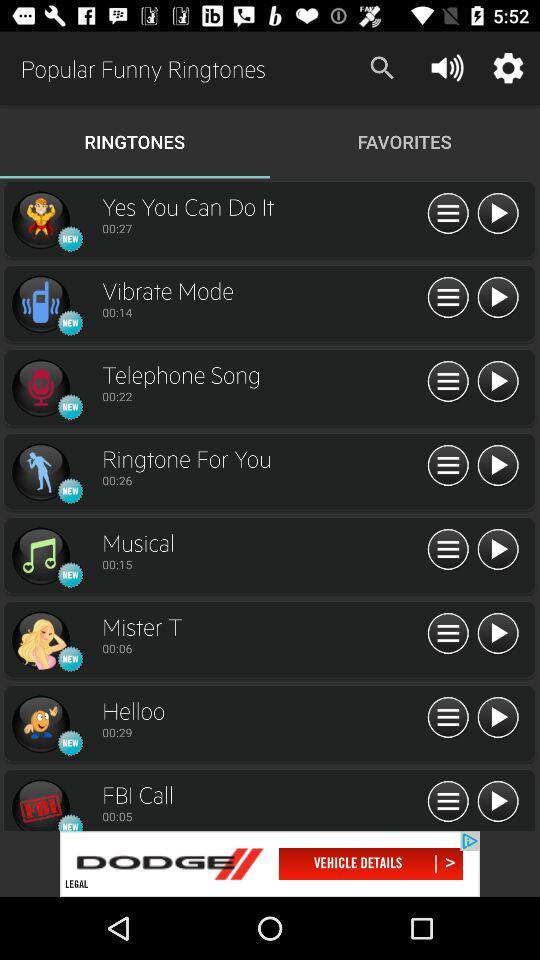  Describe the element at coordinates (496, 297) in the screenshot. I see `the vibrate mode ringtone` at that location.